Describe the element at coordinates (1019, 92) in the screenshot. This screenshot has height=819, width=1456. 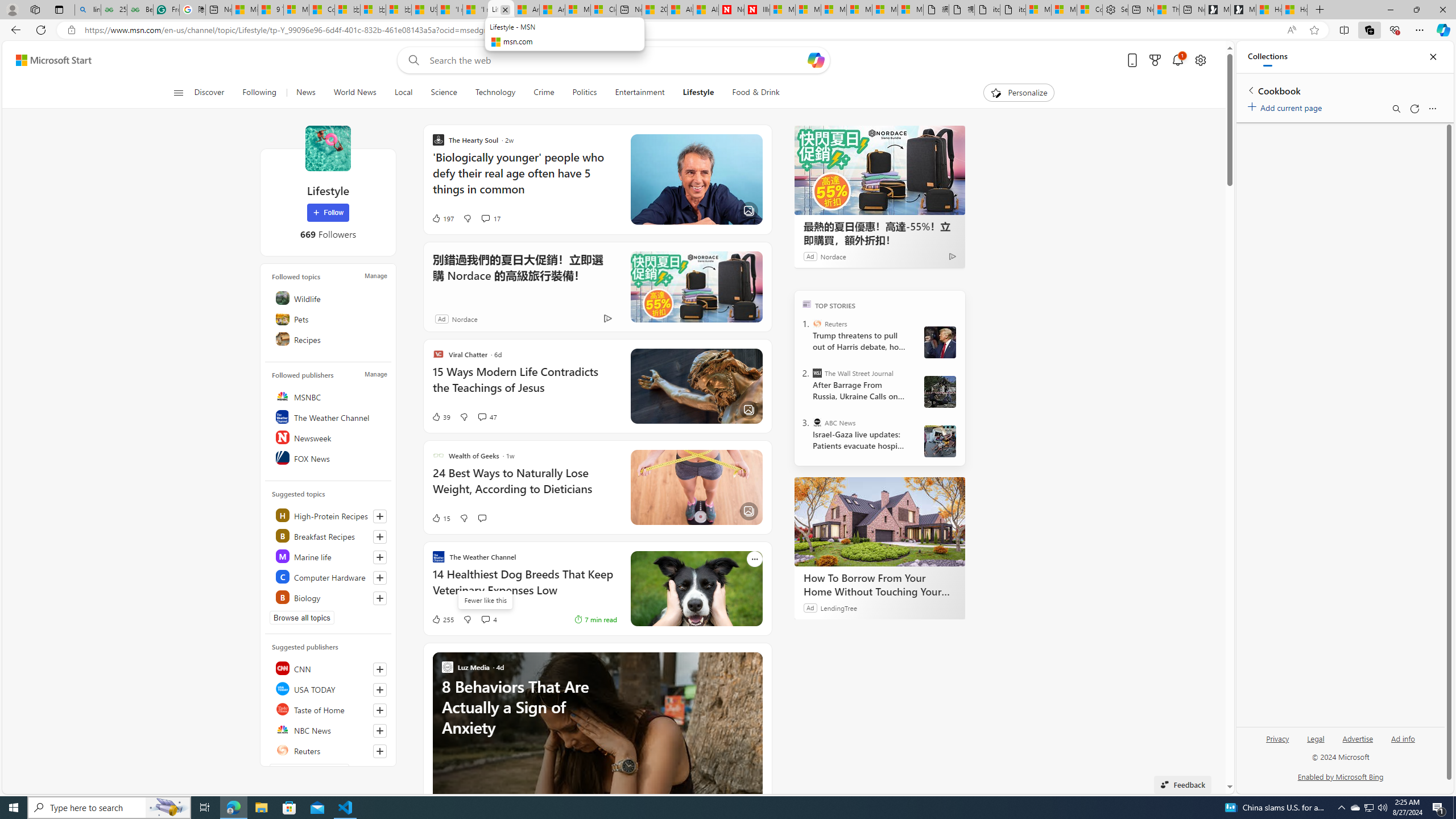
I see `'Personalize'` at that location.